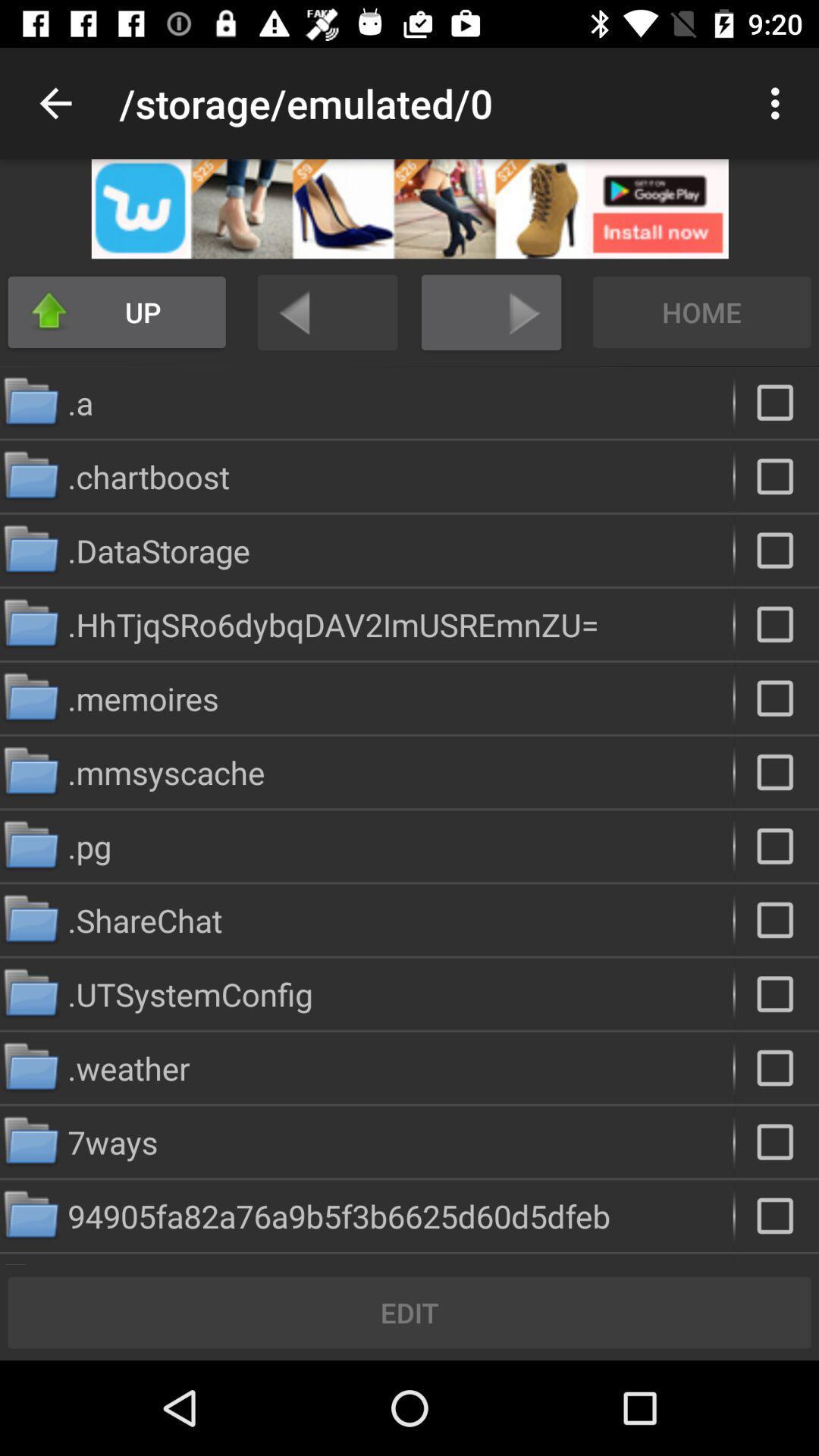 The width and height of the screenshot is (819, 1456). Describe the element at coordinates (777, 993) in the screenshot. I see `folder` at that location.